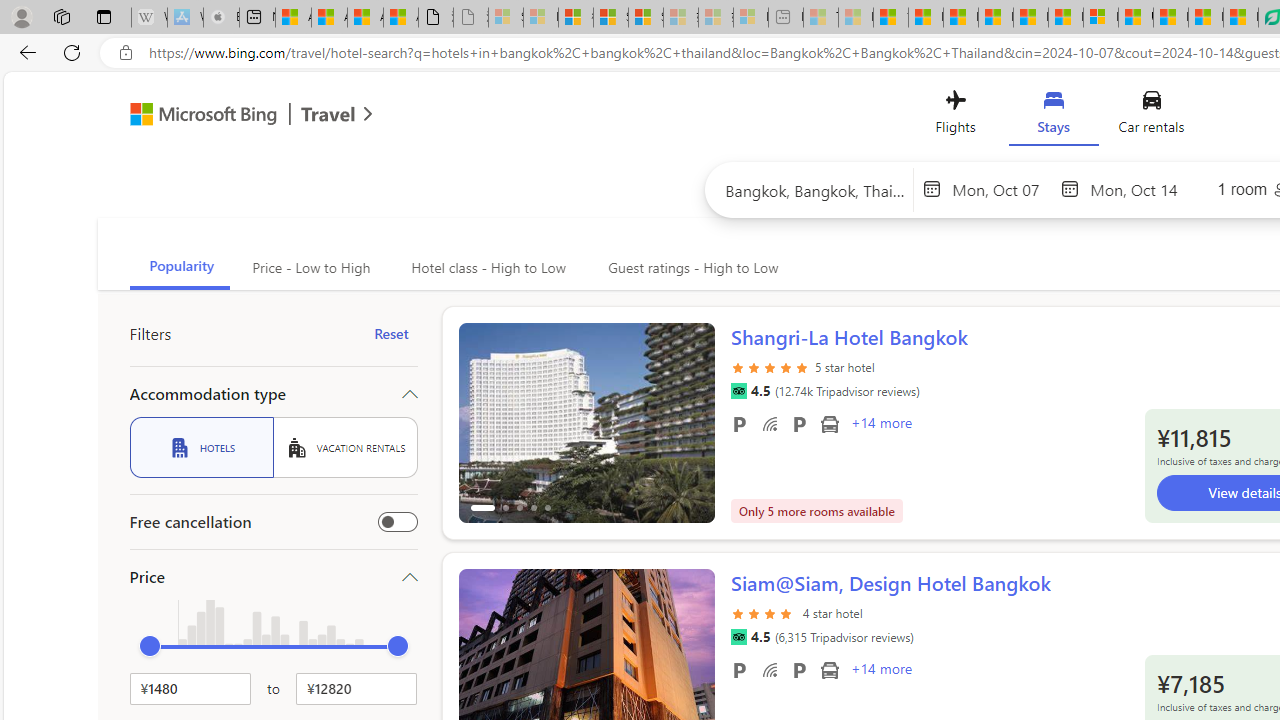 The width and height of the screenshot is (1280, 720). I want to click on 'Stays', so click(1053, 117).